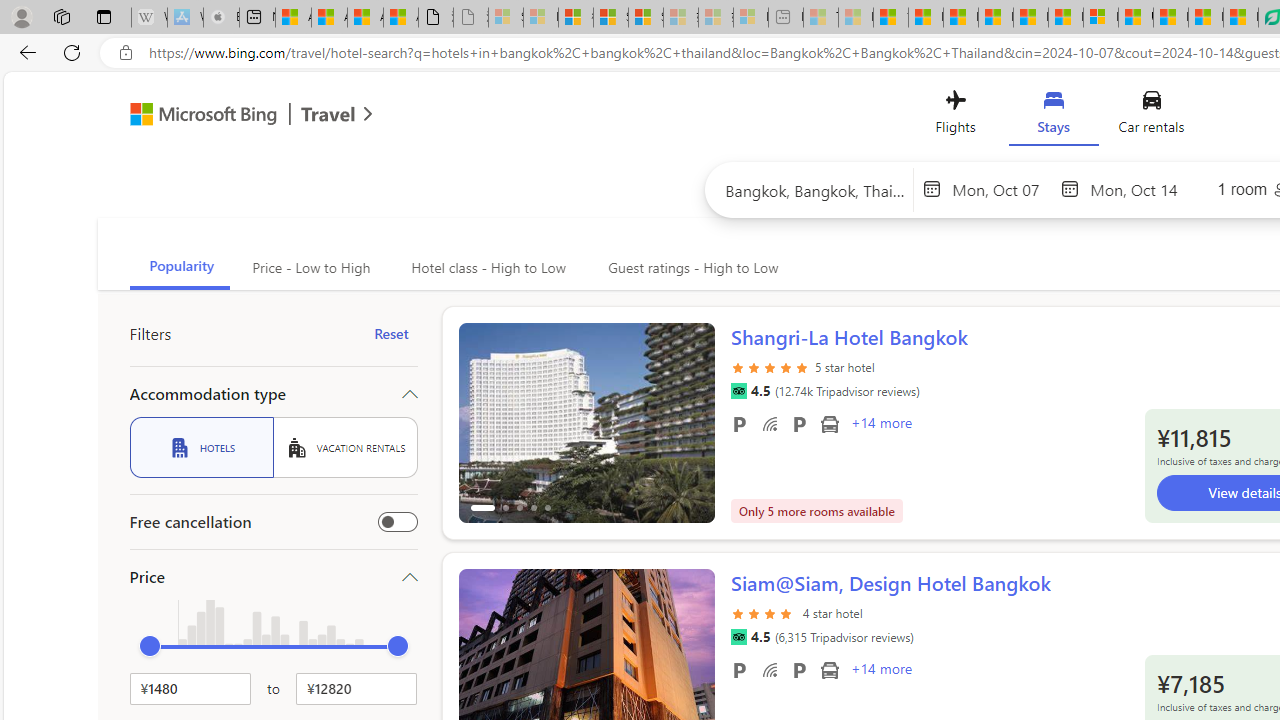 The width and height of the screenshot is (1280, 720). I want to click on 'Stays', so click(1053, 117).